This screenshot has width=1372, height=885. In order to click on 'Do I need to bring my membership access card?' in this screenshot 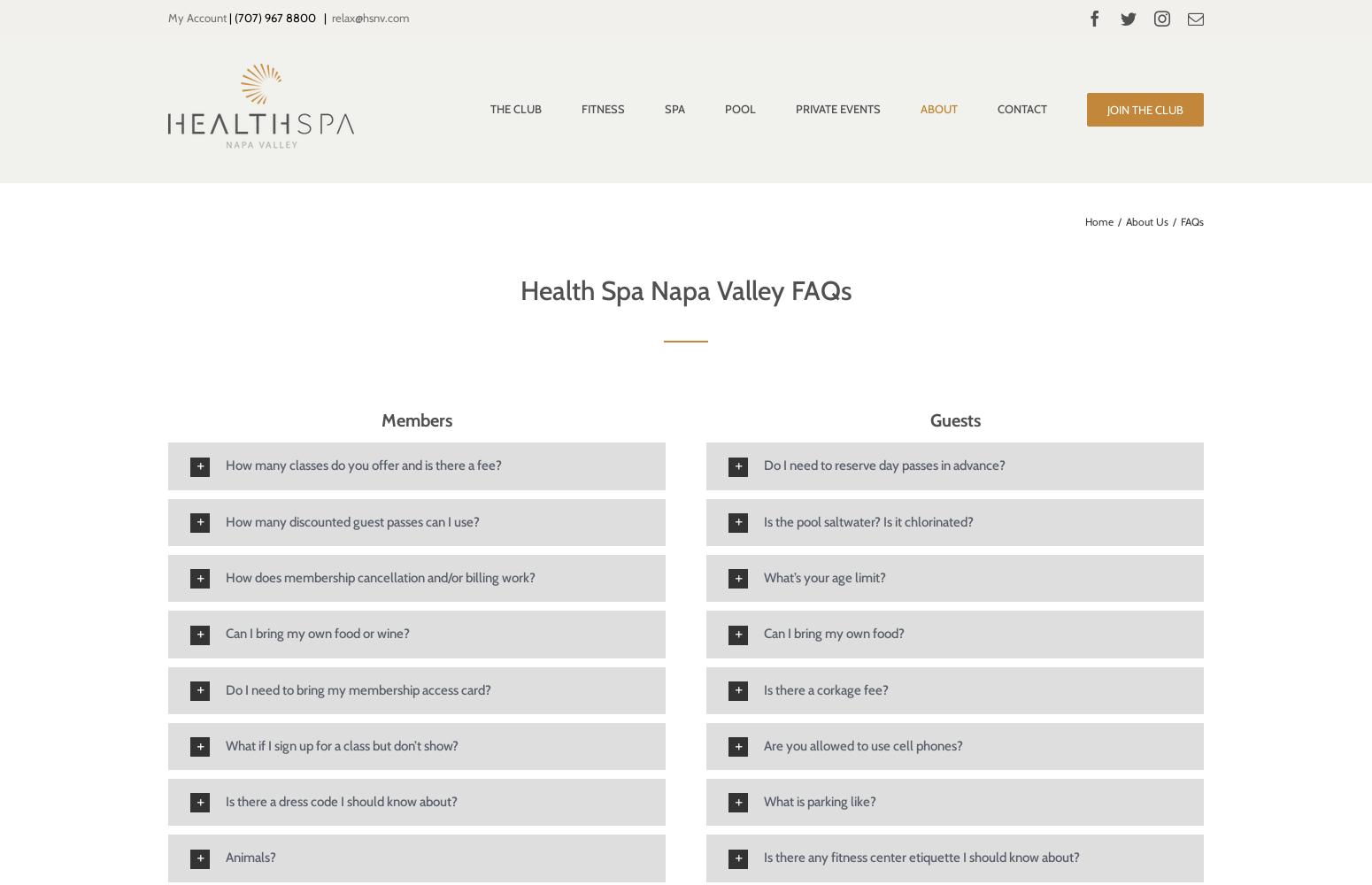, I will do `click(358, 689)`.